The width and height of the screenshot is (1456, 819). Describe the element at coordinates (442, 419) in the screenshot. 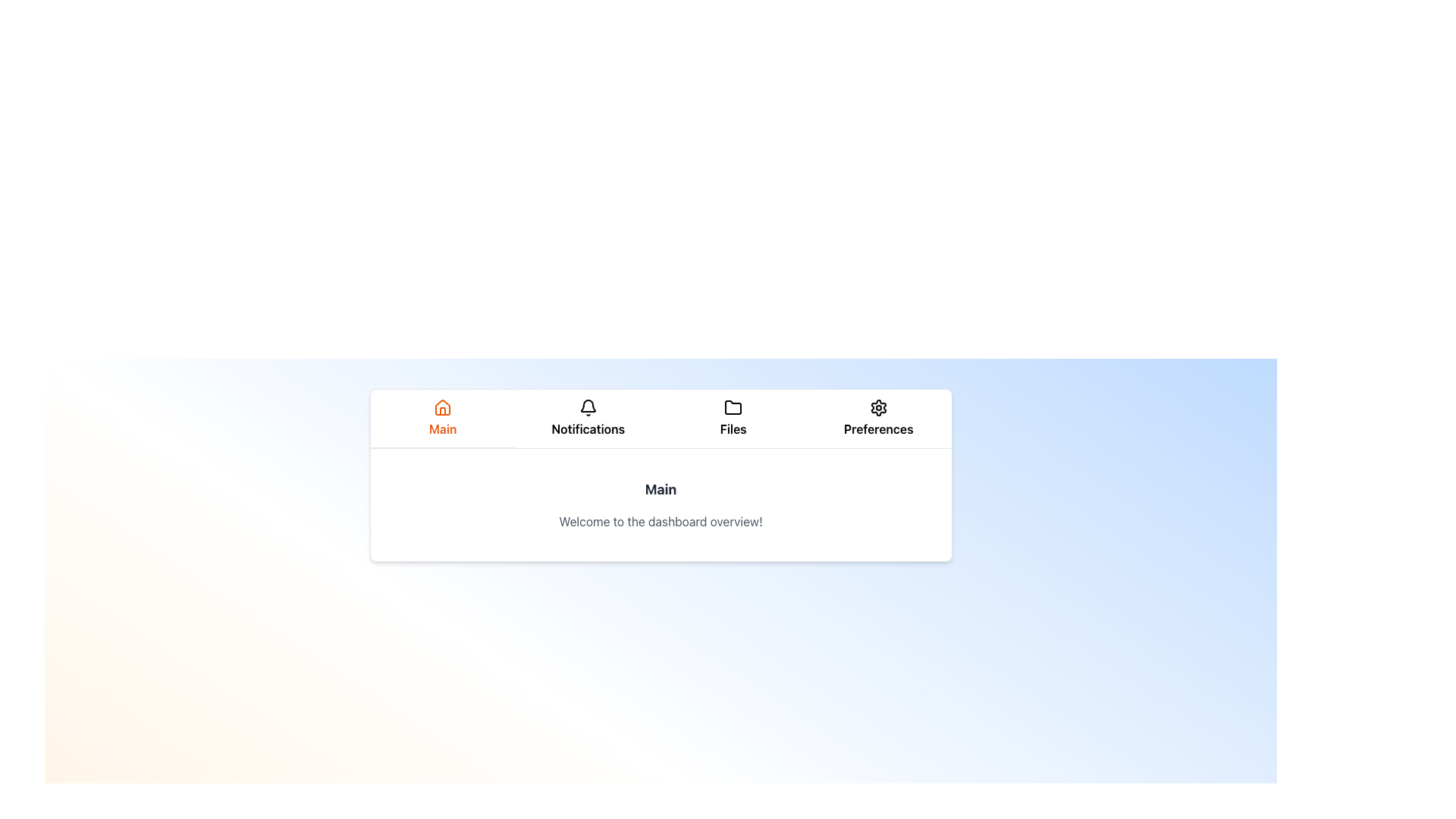

I see `the leftmost button in the navigation bar that displays a house icon and the text 'Main' below it` at that location.